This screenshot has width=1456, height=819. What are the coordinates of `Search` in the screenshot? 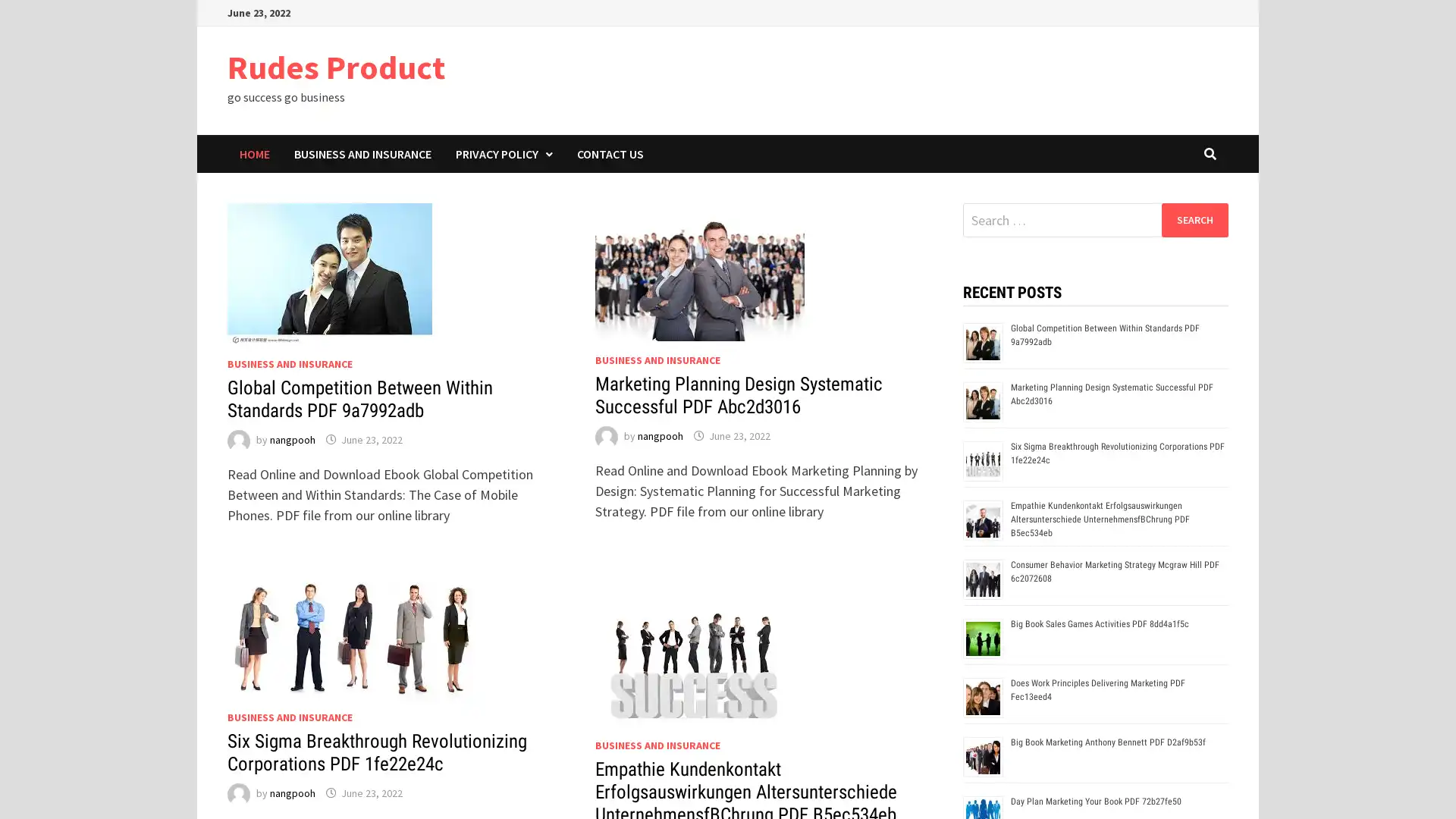 It's located at (1194, 219).